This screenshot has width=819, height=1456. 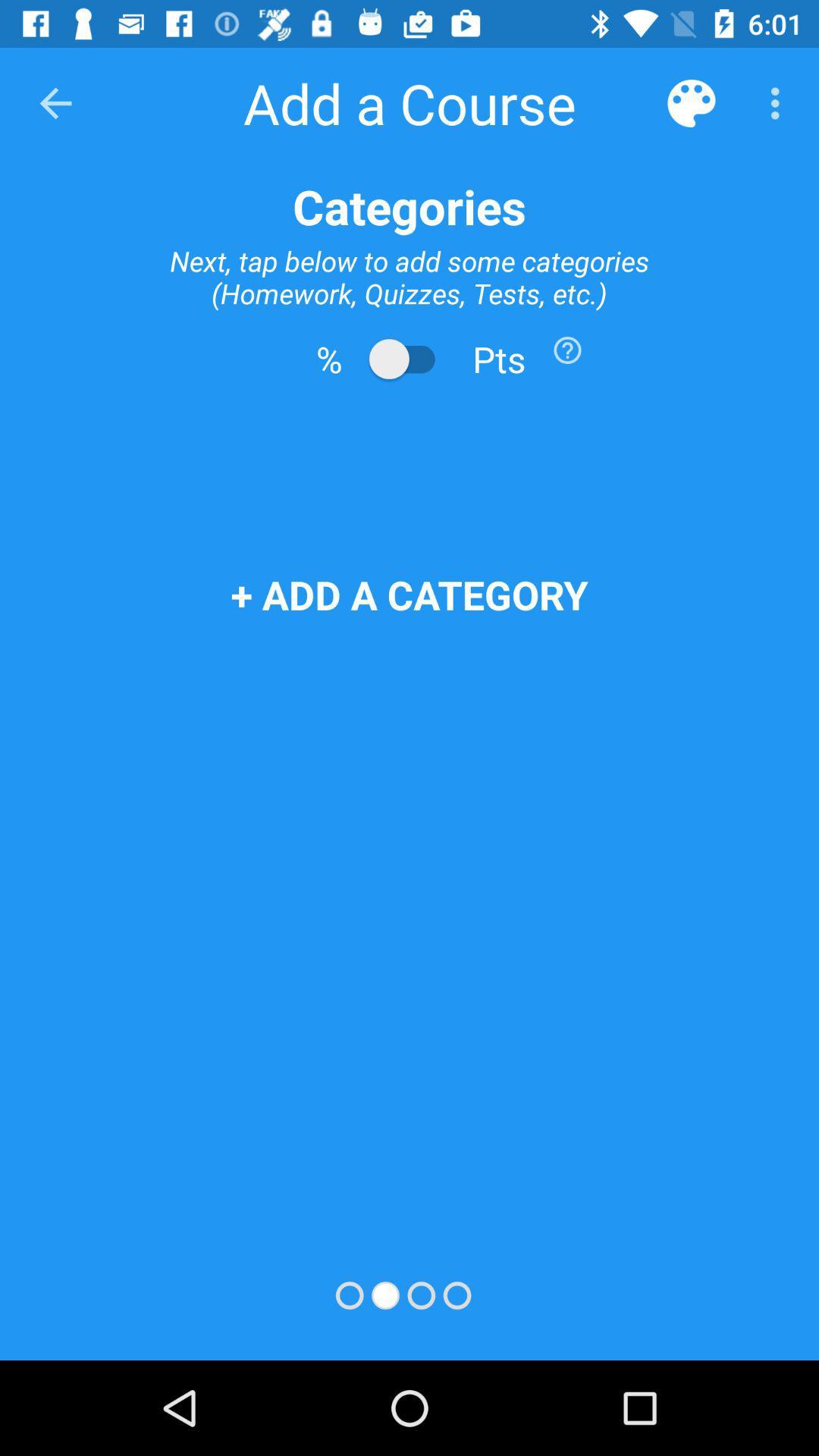 I want to click on the item above categories, so click(x=779, y=102).